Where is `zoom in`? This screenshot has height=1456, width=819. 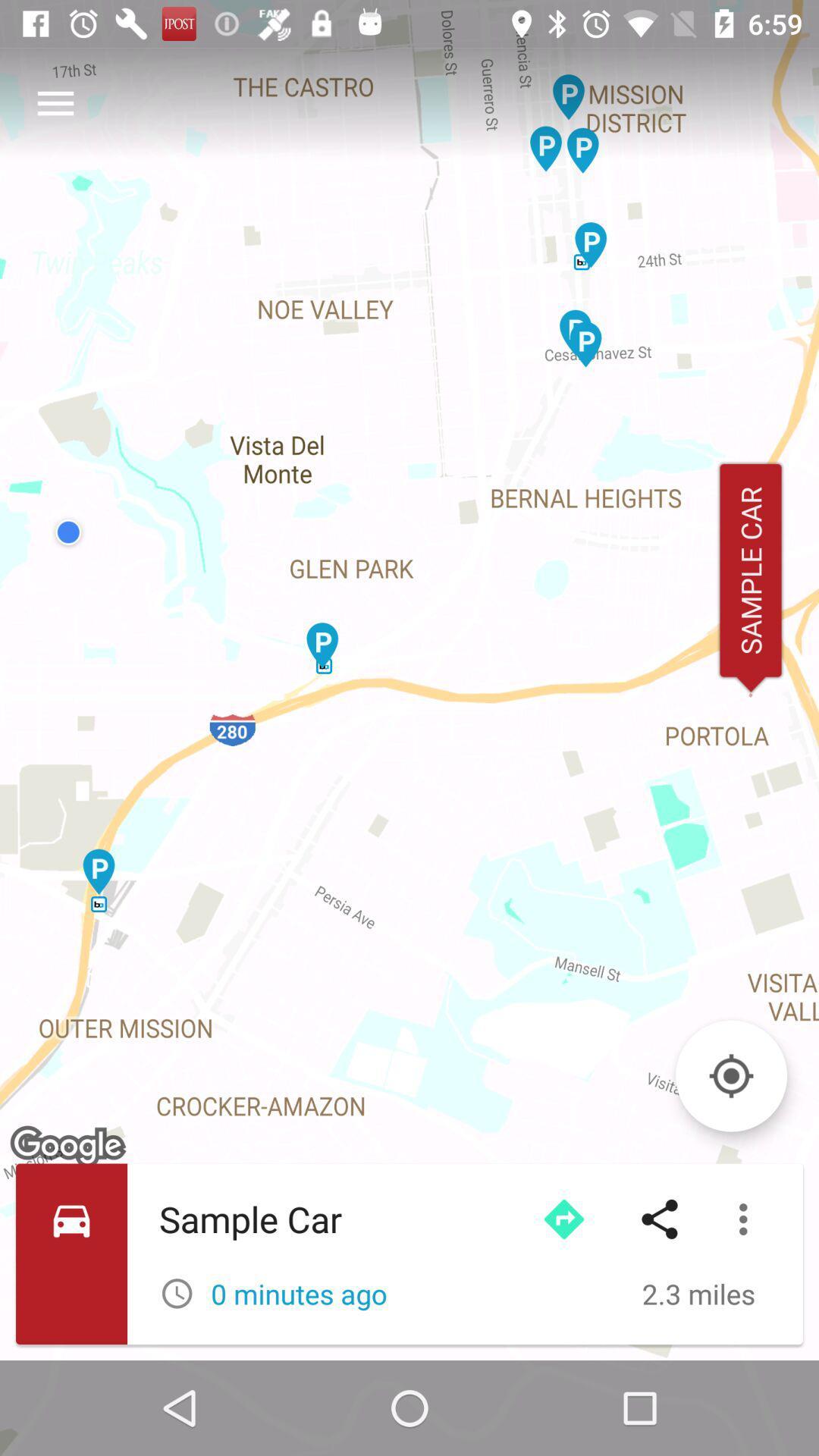
zoom in is located at coordinates (730, 1075).